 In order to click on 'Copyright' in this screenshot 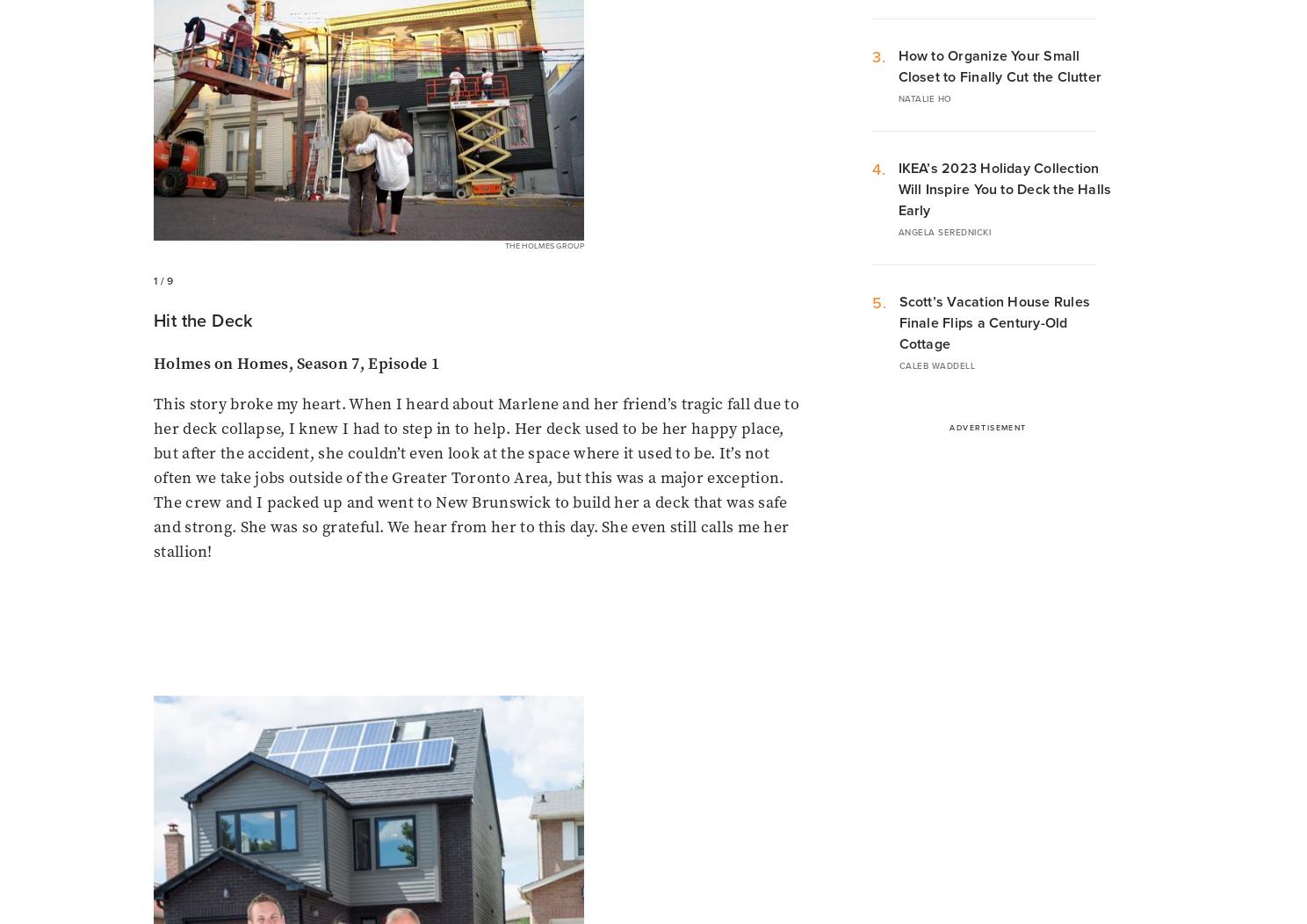, I will do `click(1077, 609)`.